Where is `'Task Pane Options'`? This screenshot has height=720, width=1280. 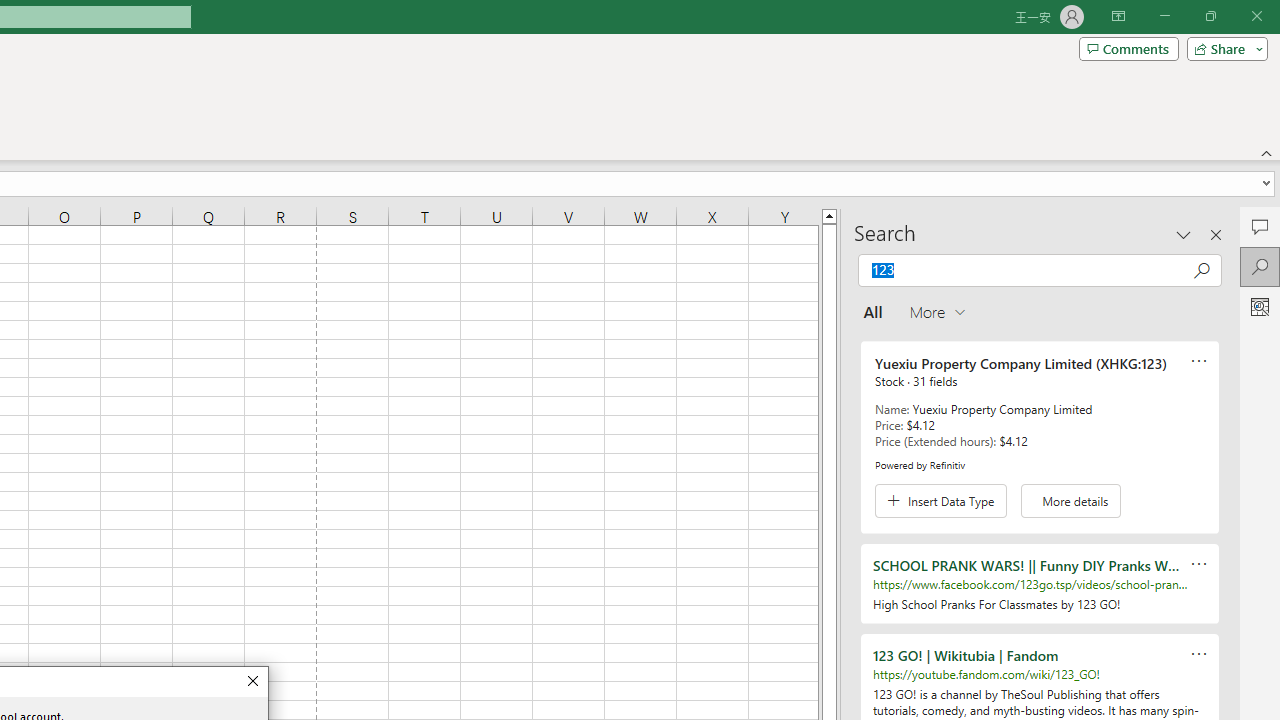 'Task Pane Options' is located at coordinates (1184, 234).